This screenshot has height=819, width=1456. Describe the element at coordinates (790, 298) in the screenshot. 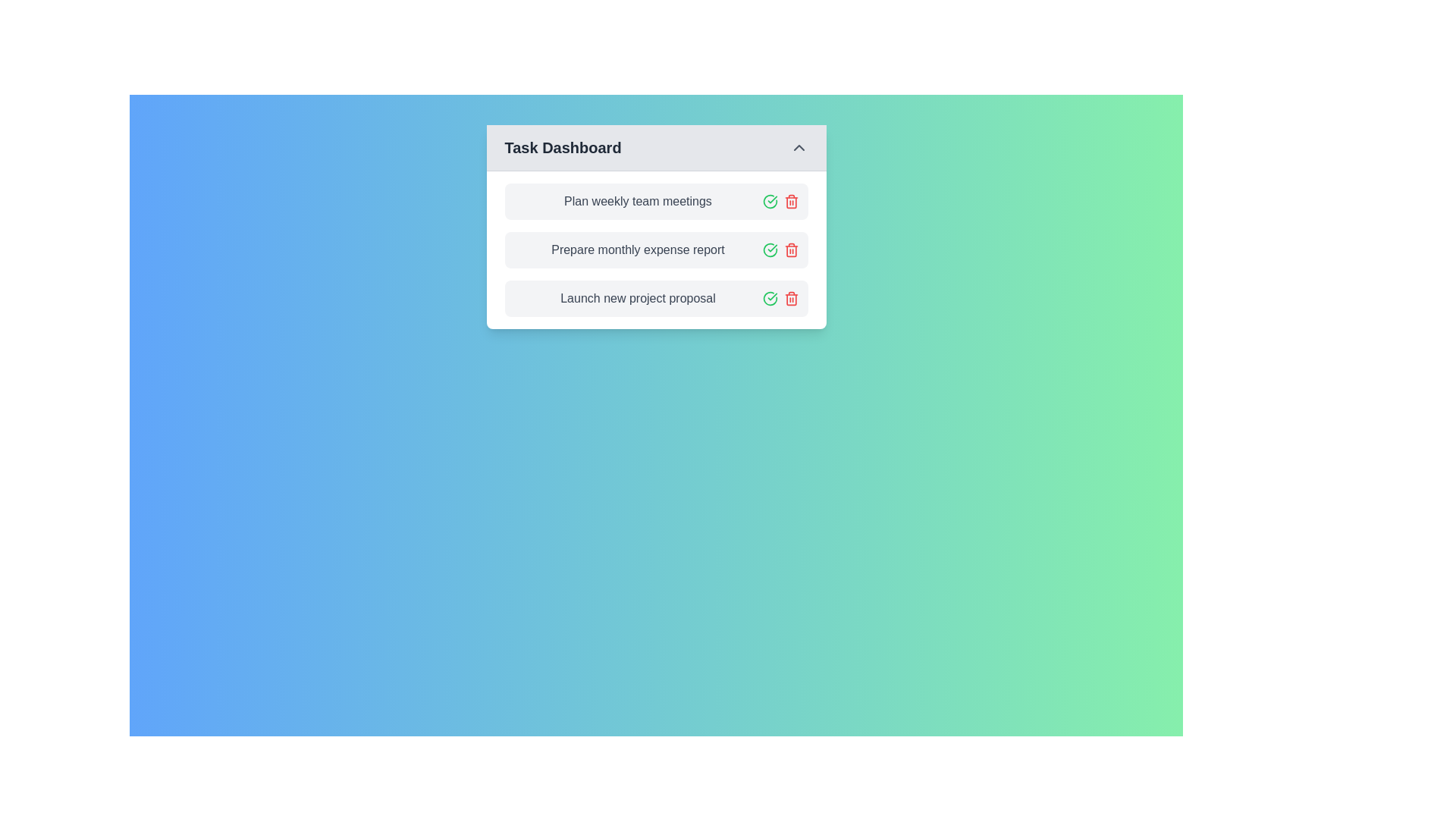

I see `the red trash can icon button, which is the third icon in the column for launching a new project proposal` at that location.